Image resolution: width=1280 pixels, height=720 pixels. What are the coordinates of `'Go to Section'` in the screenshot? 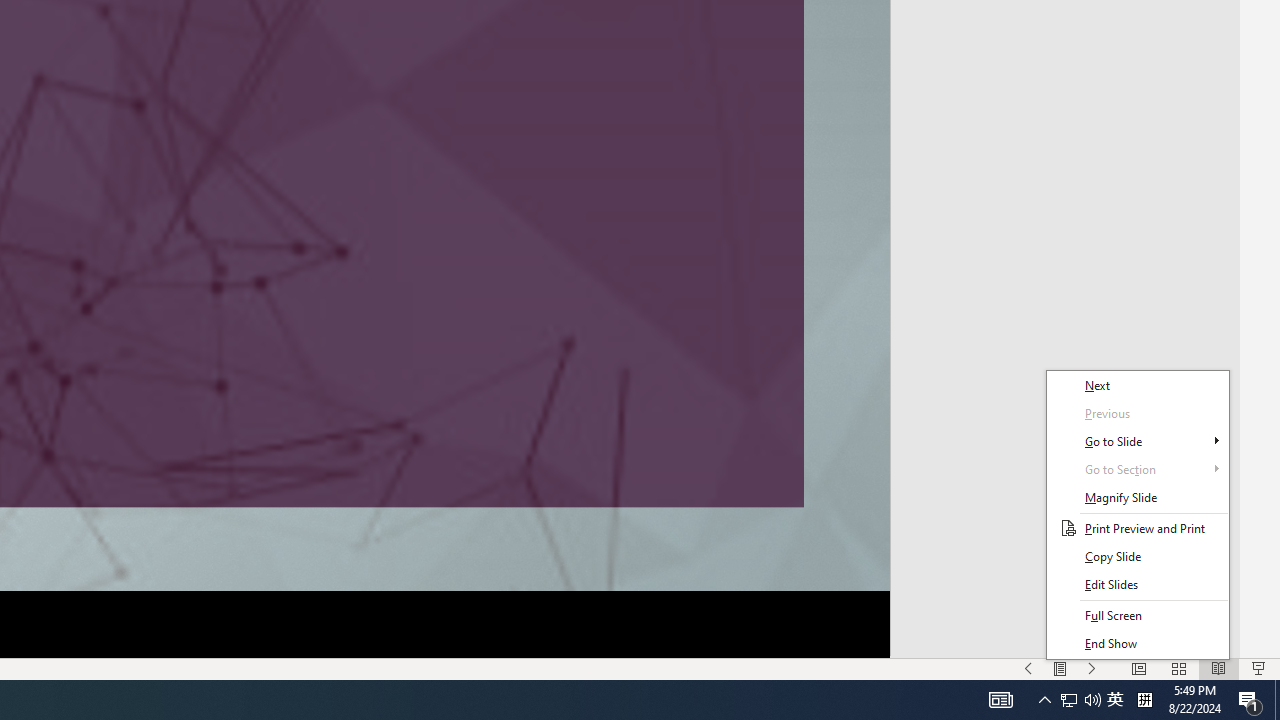 It's located at (1137, 469).